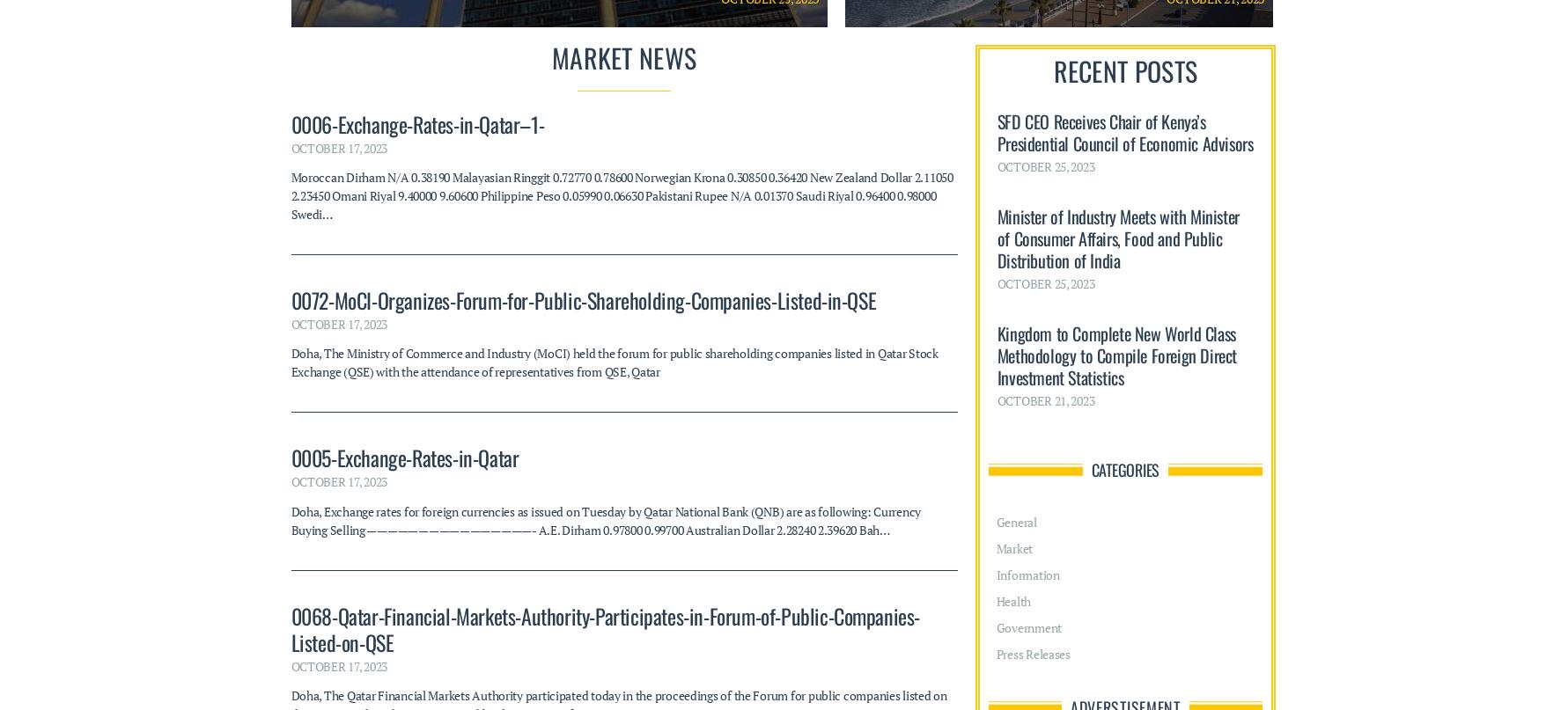  Describe the element at coordinates (1013, 257) in the screenshot. I see `'Health'` at that location.